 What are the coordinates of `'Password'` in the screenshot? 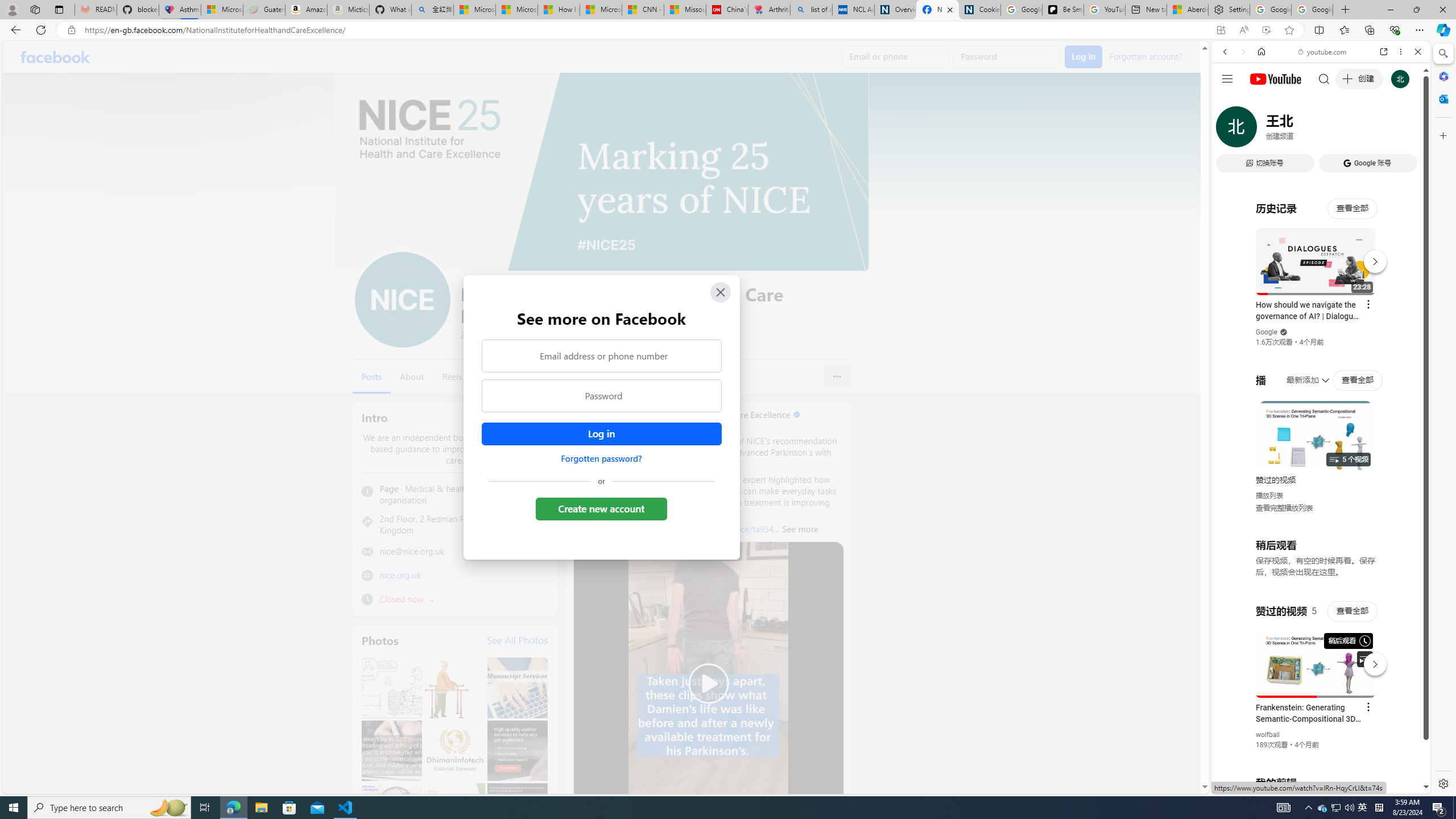 It's located at (601, 396).